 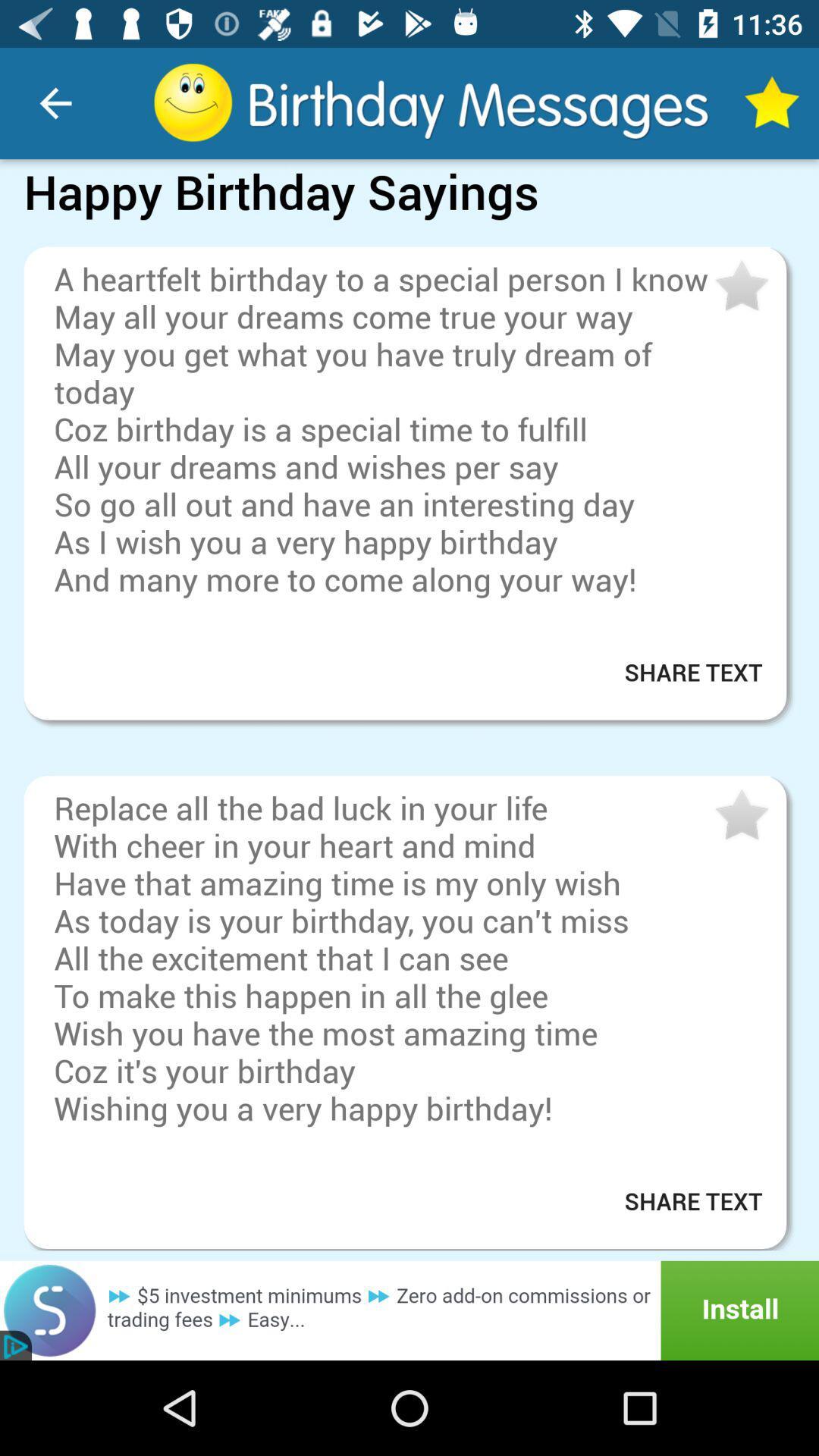 What do you see at coordinates (739, 814) in the screenshot?
I see `the message` at bounding box center [739, 814].